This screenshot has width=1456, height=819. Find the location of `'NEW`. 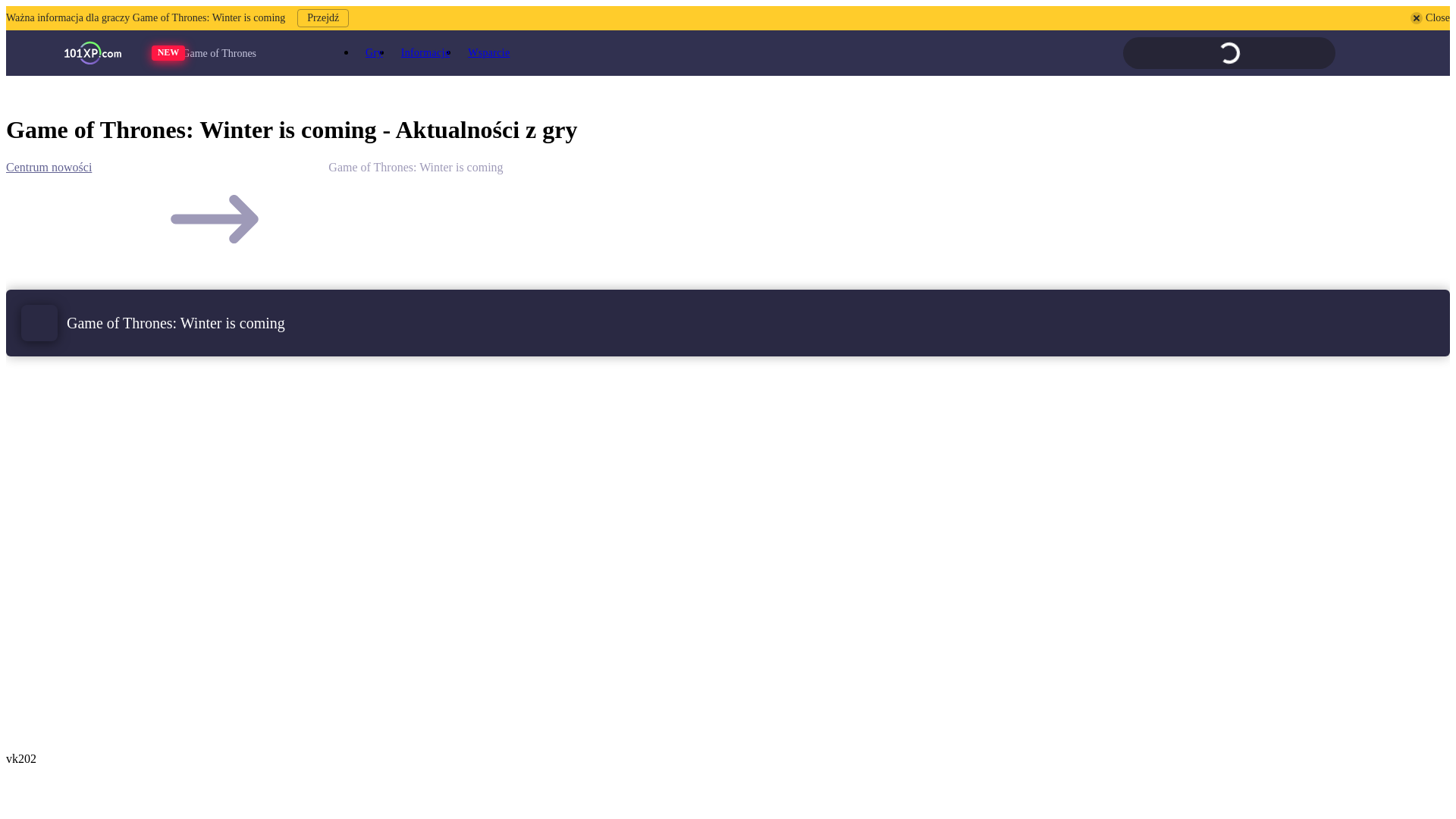

'NEW is located at coordinates (231, 52).